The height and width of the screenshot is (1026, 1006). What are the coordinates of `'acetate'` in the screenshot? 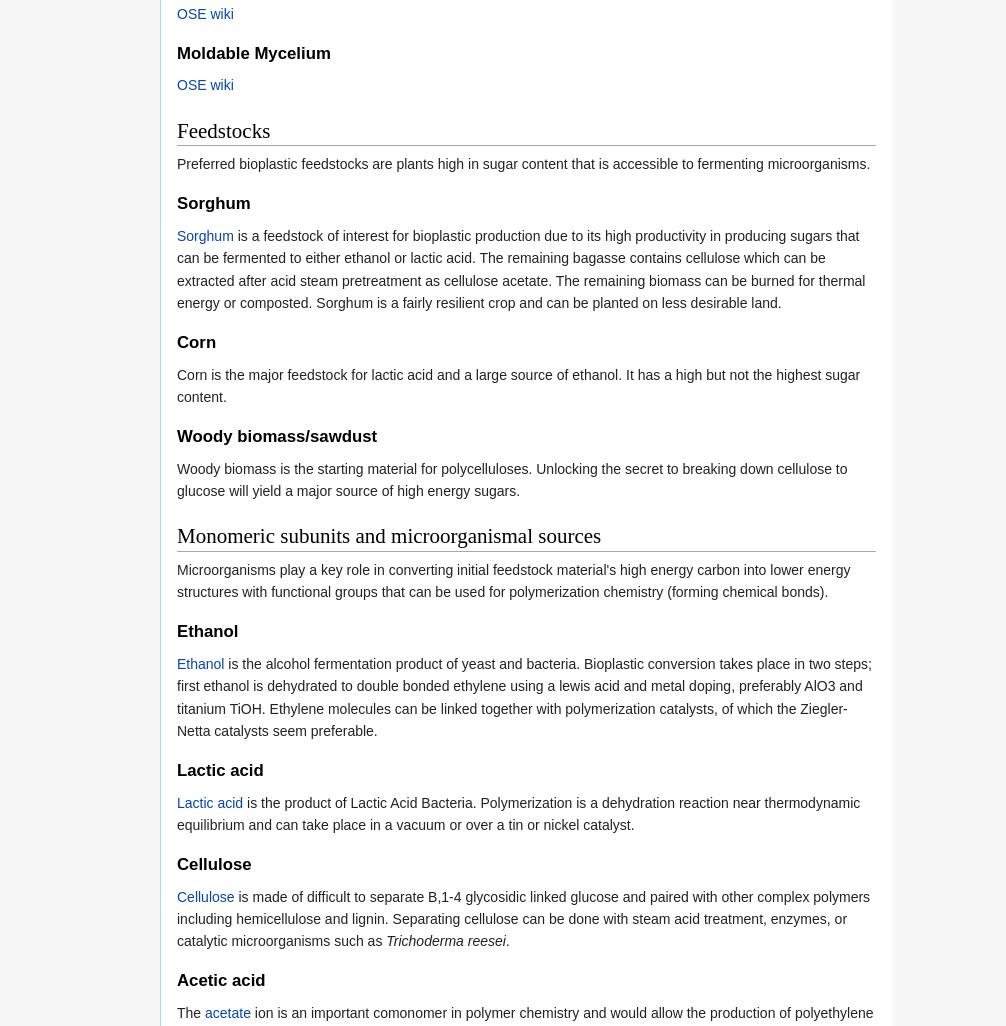 It's located at (227, 1011).